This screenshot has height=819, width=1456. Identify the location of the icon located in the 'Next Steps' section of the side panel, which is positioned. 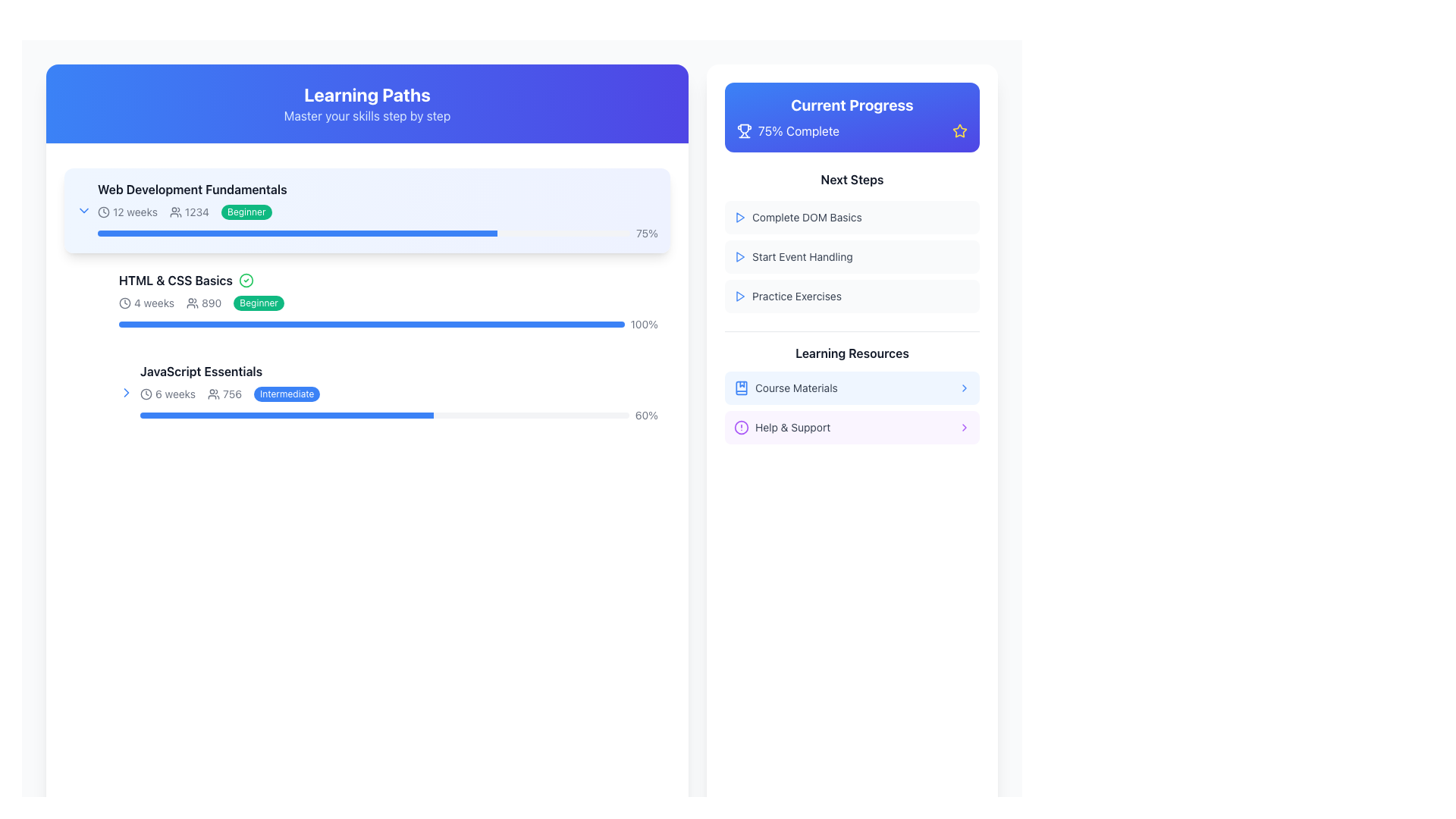
(740, 296).